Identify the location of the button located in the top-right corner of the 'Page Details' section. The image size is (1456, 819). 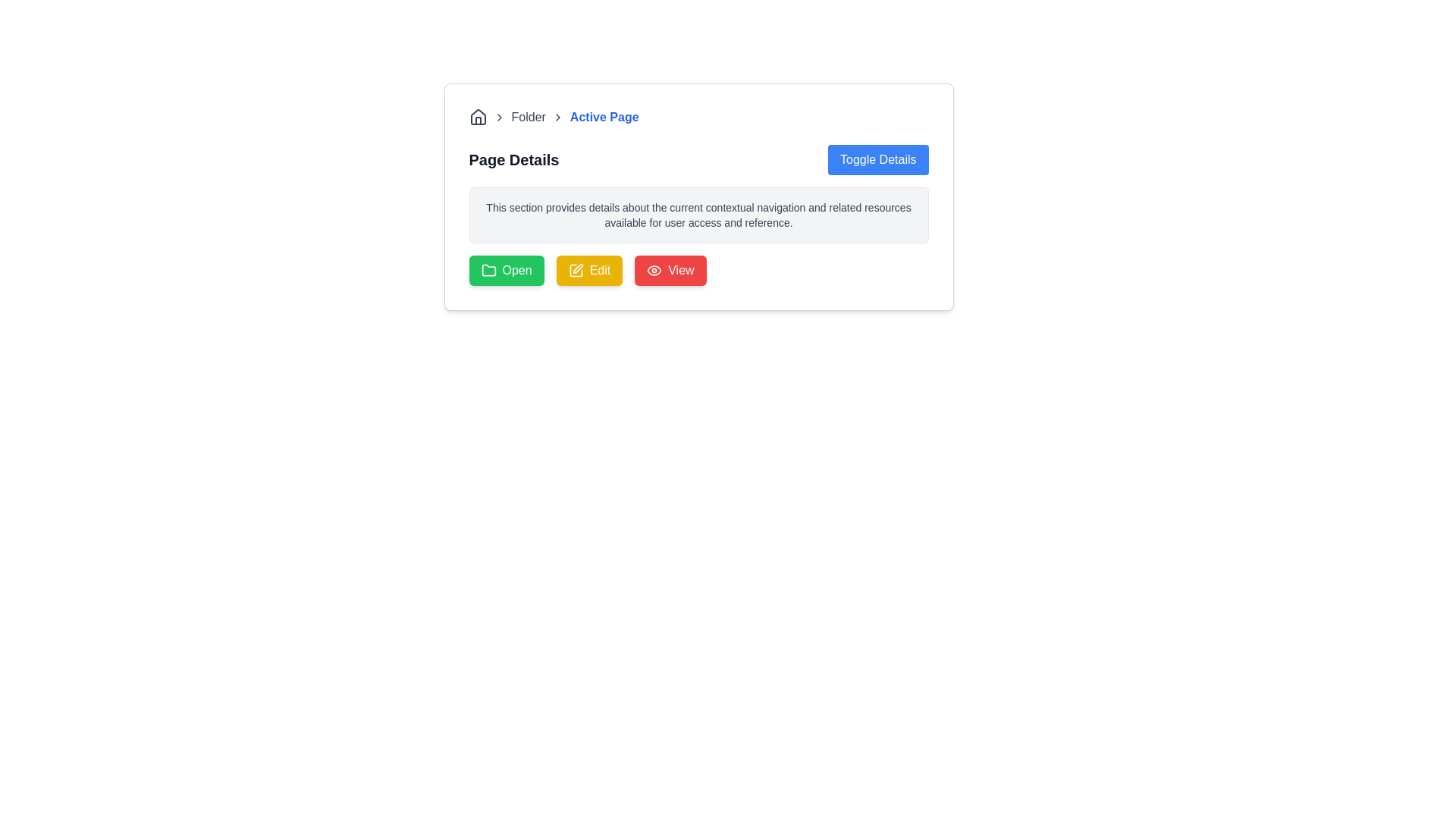
(878, 160).